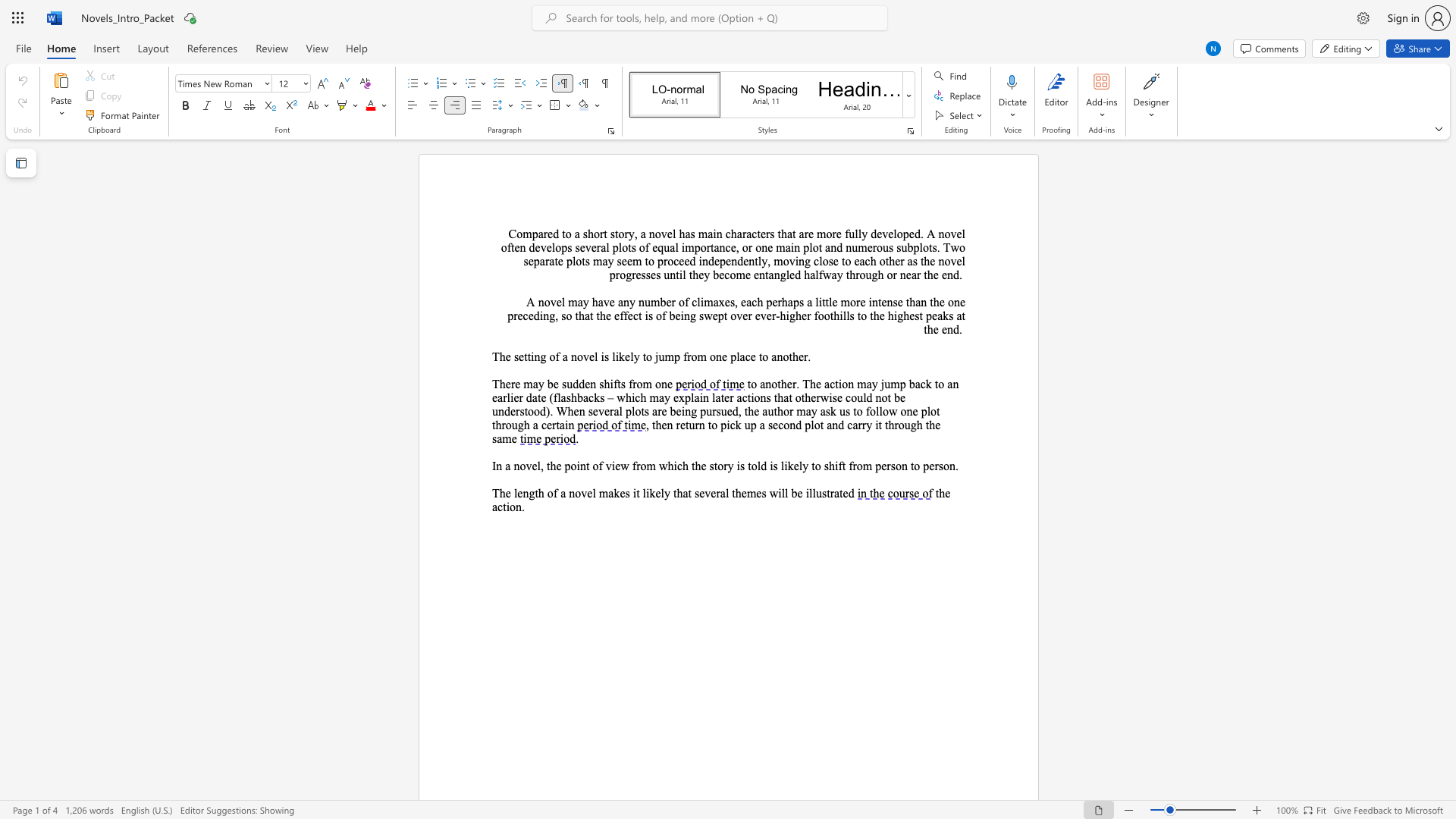 This screenshot has width=1456, height=819. What do you see at coordinates (750, 425) in the screenshot?
I see `the subset text "p a sec" within the text ", then return to pick up a second plot and carry it through the same"` at bounding box center [750, 425].